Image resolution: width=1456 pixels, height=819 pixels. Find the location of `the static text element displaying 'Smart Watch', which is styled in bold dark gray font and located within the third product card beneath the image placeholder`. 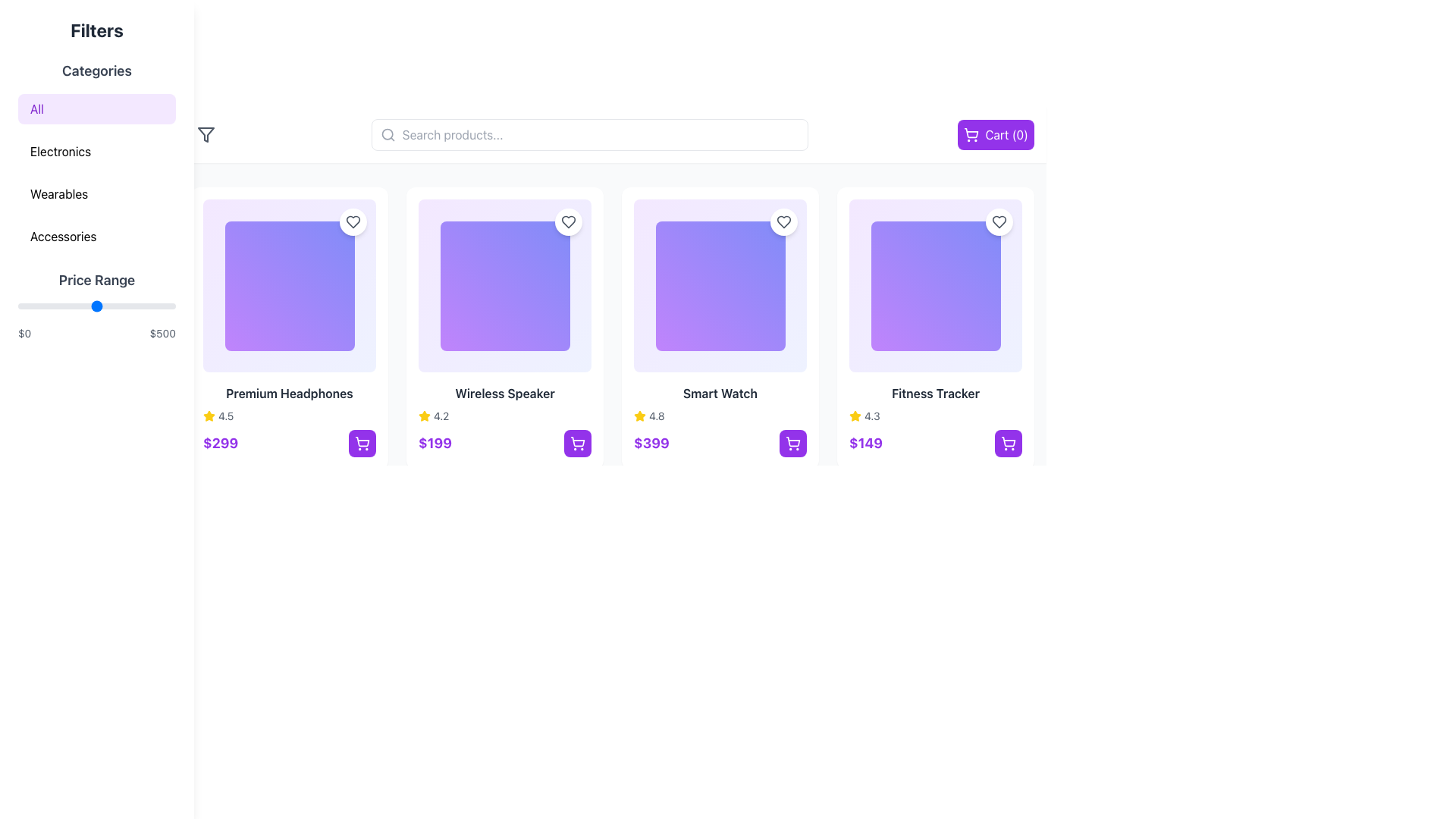

the static text element displaying 'Smart Watch', which is styled in bold dark gray font and located within the third product card beneath the image placeholder is located at coordinates (720, 393).